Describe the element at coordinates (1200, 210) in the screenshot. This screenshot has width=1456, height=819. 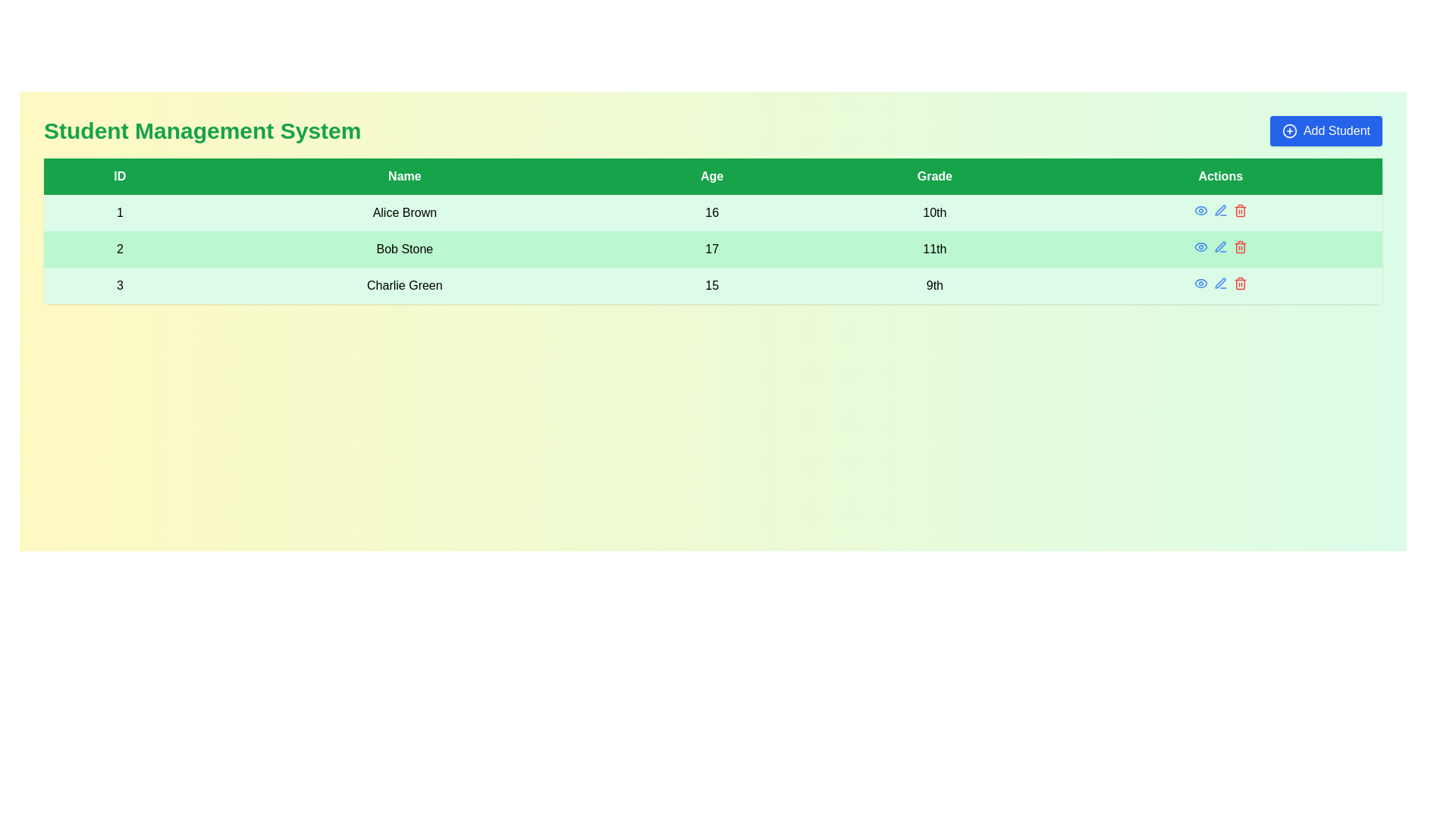
I see `the blue eye-shaped button in the 'Actions' column corresponding to the student 'Bob Stone'` at that location.